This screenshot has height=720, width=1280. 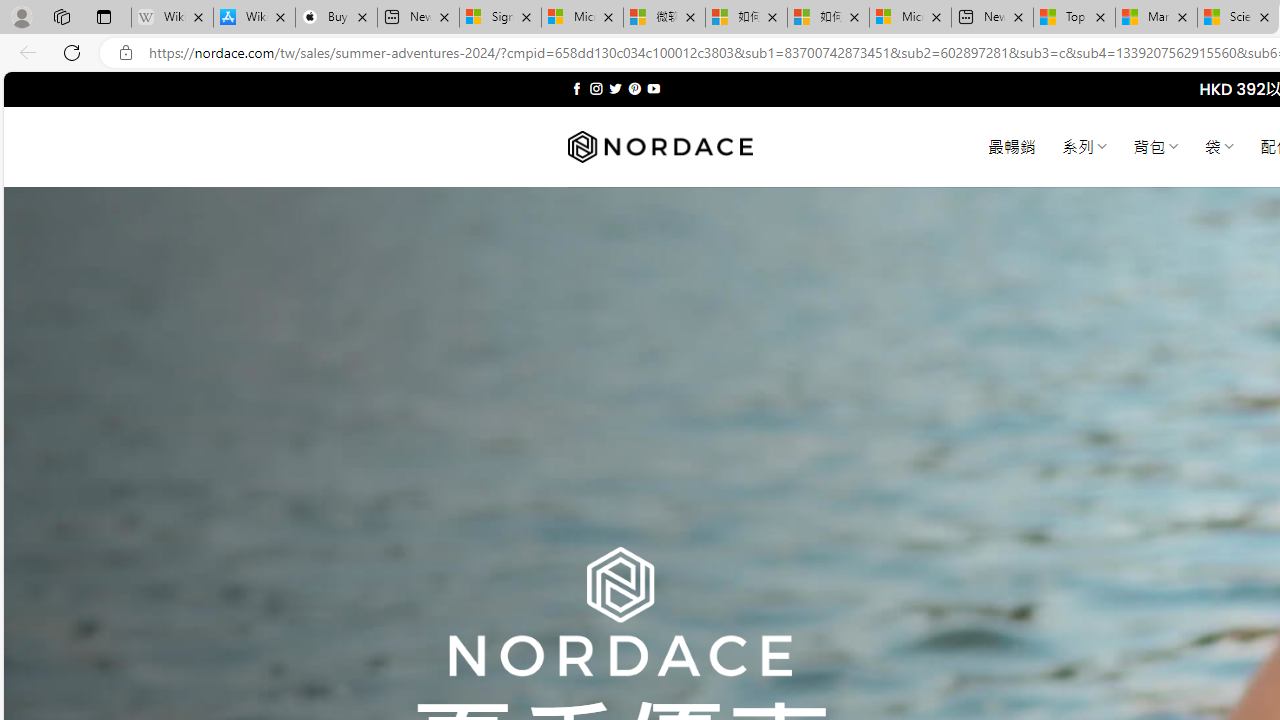 What do you see at coordinates (1073, 17) in the screenshot?
I see `'Top Stories - MSN'` at bounding box center [1073, 17].